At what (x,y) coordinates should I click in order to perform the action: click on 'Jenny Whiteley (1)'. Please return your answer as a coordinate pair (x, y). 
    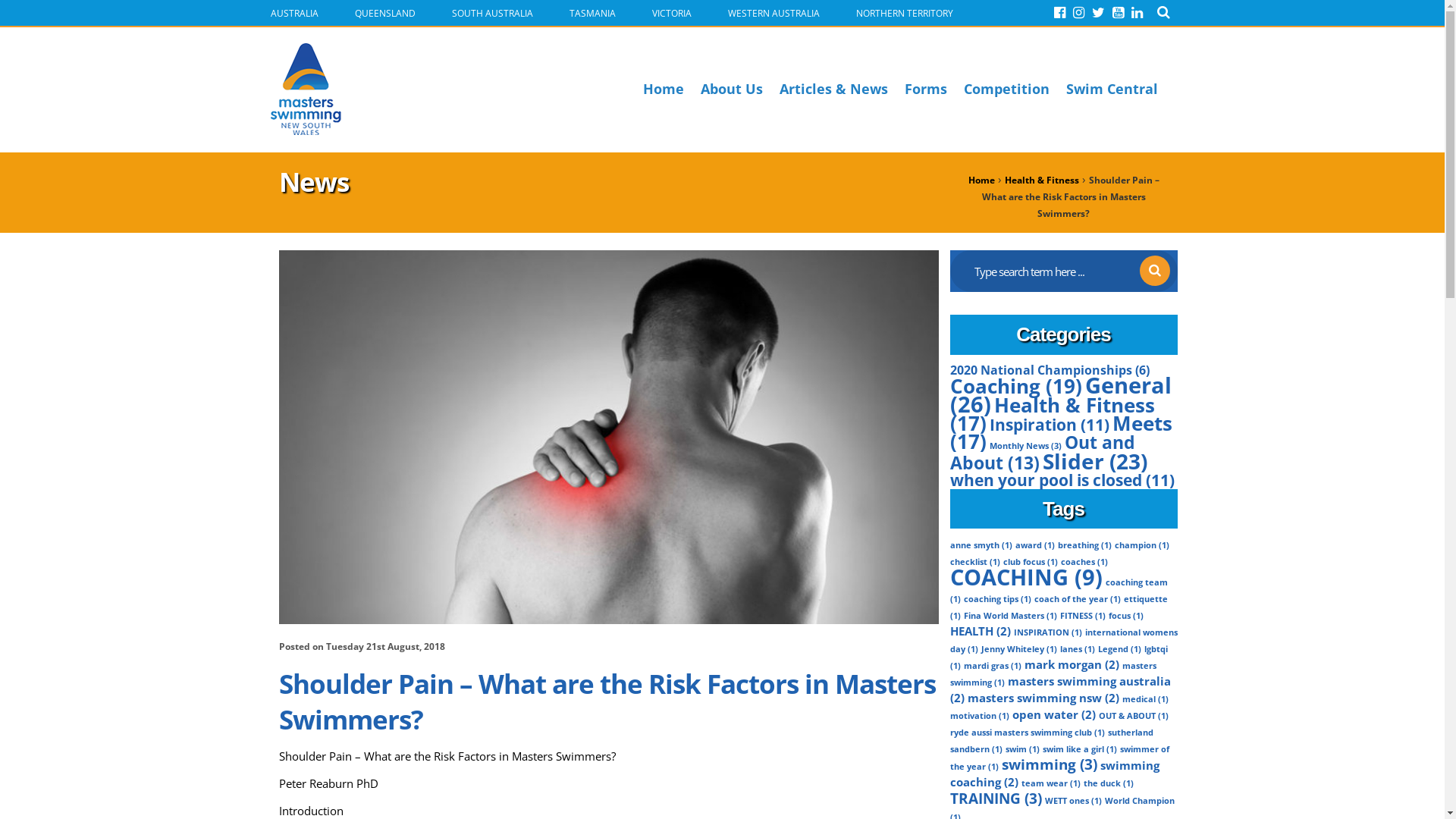
    Looking at the image, I should click on (1019, 648).